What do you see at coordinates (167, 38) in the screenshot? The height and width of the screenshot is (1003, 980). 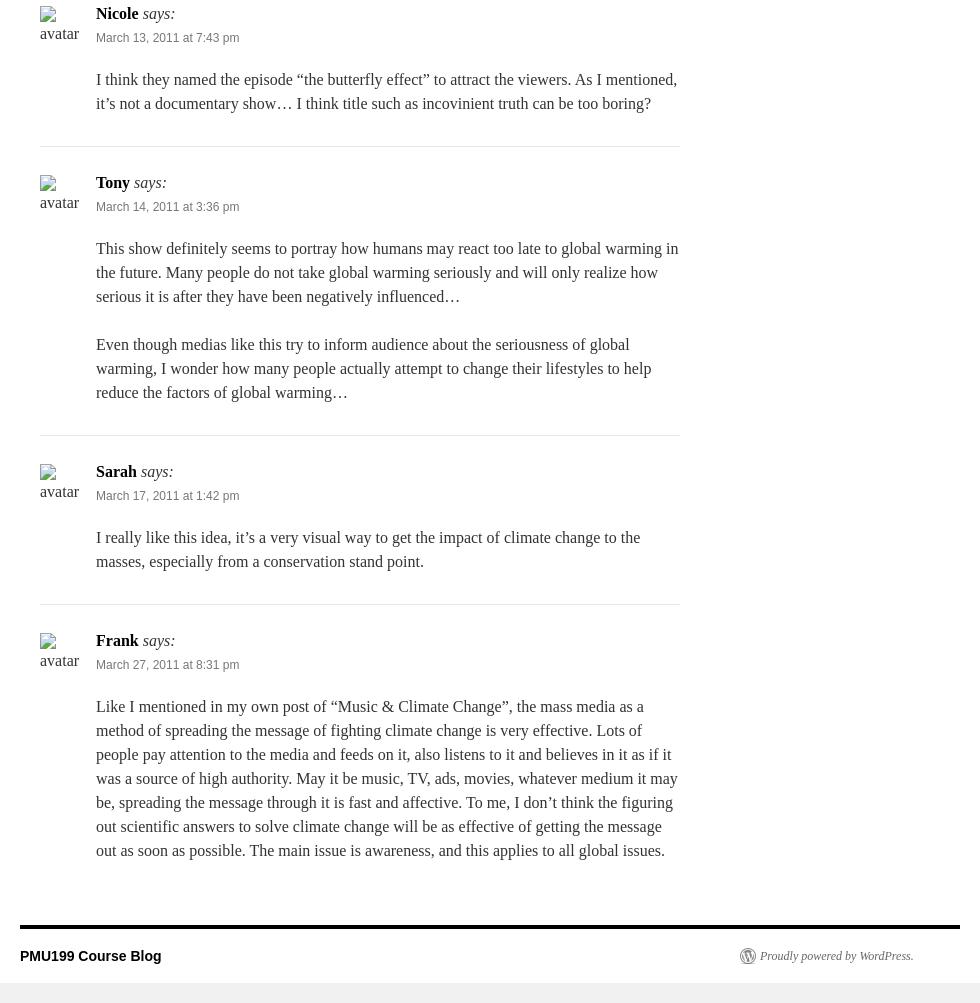 I see `'March 13, 2011 at 7:43 pm'` at bounding box center [167, 38].